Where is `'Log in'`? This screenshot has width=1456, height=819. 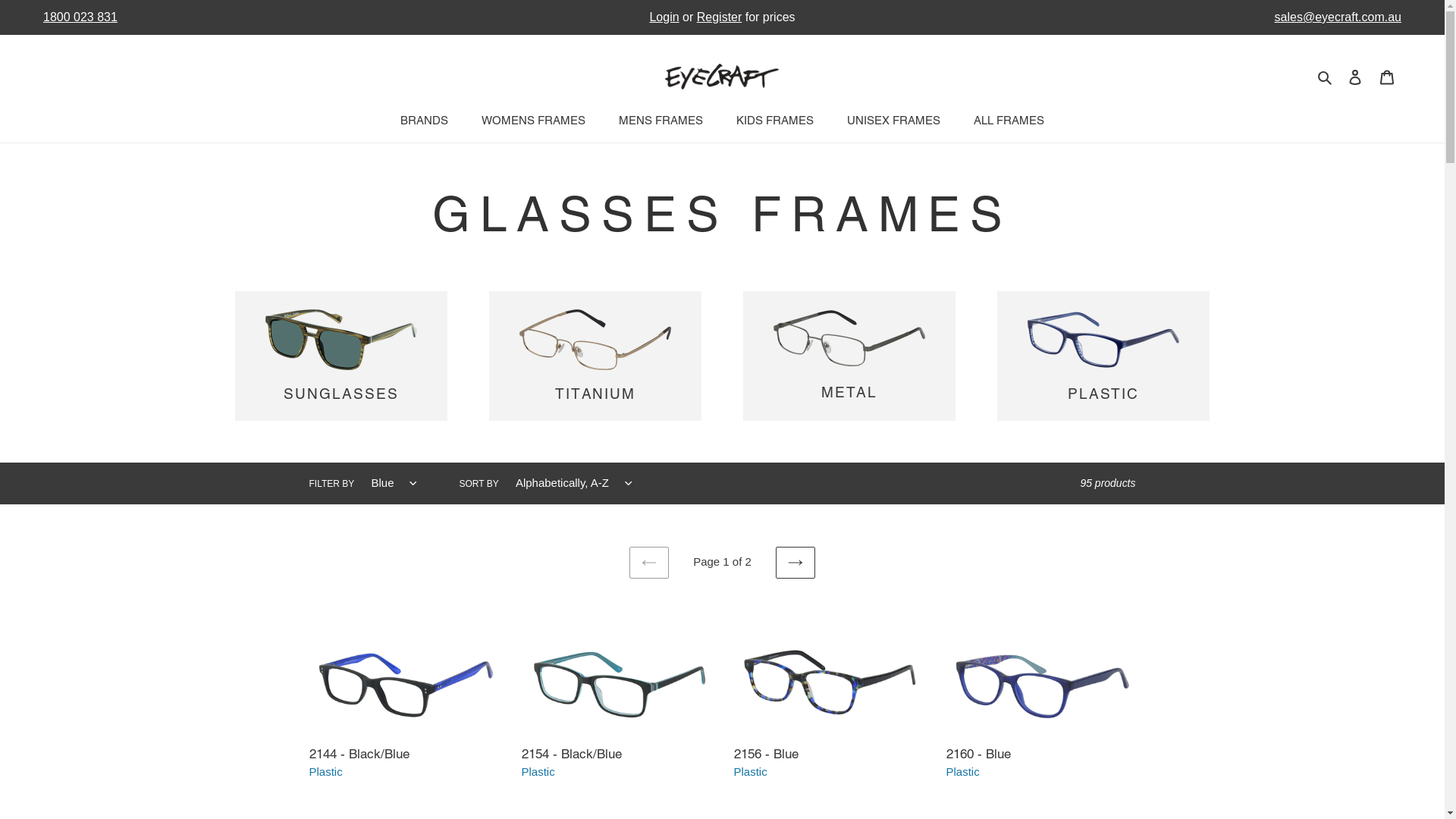
'Log in' is located at coordinates (1354, 77).